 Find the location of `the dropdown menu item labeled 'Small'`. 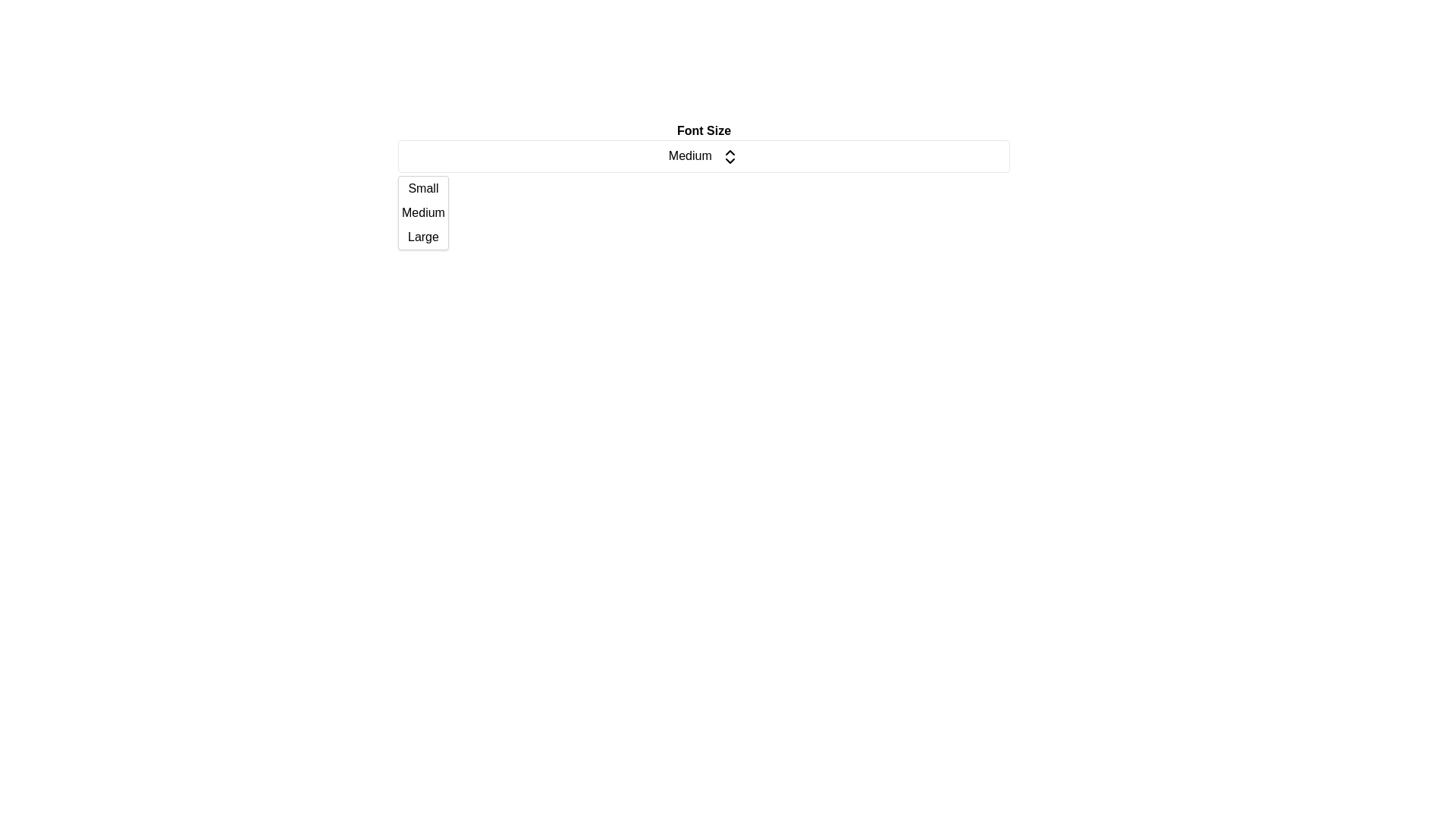

the dropdown menu item labeled 'Small' is located at coordinates (423, 187).